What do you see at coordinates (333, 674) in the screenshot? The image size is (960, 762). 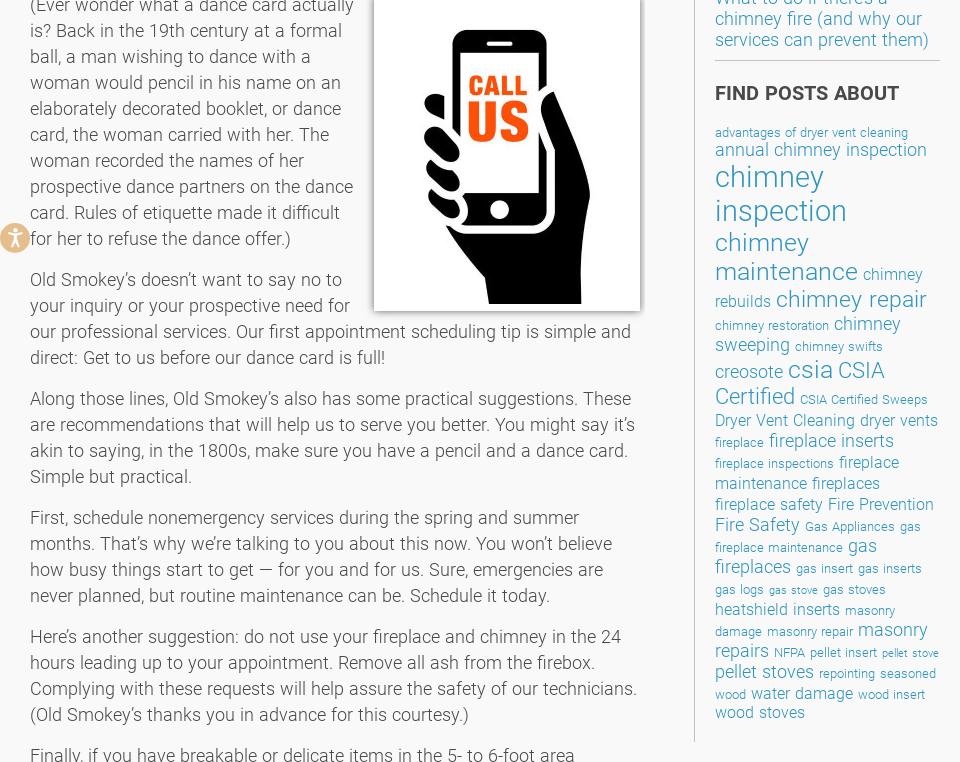 I see `'Here’s another suggestion: do not use your fireplace and chimney in the 24 hours leading up to your appointment. Remove all ash from the firebox. Complying with these requests will help assure the safety of our technicians. (Old Smokey’s thanks you in advance for this courtesy.)'` at bounding box center [333, 674].